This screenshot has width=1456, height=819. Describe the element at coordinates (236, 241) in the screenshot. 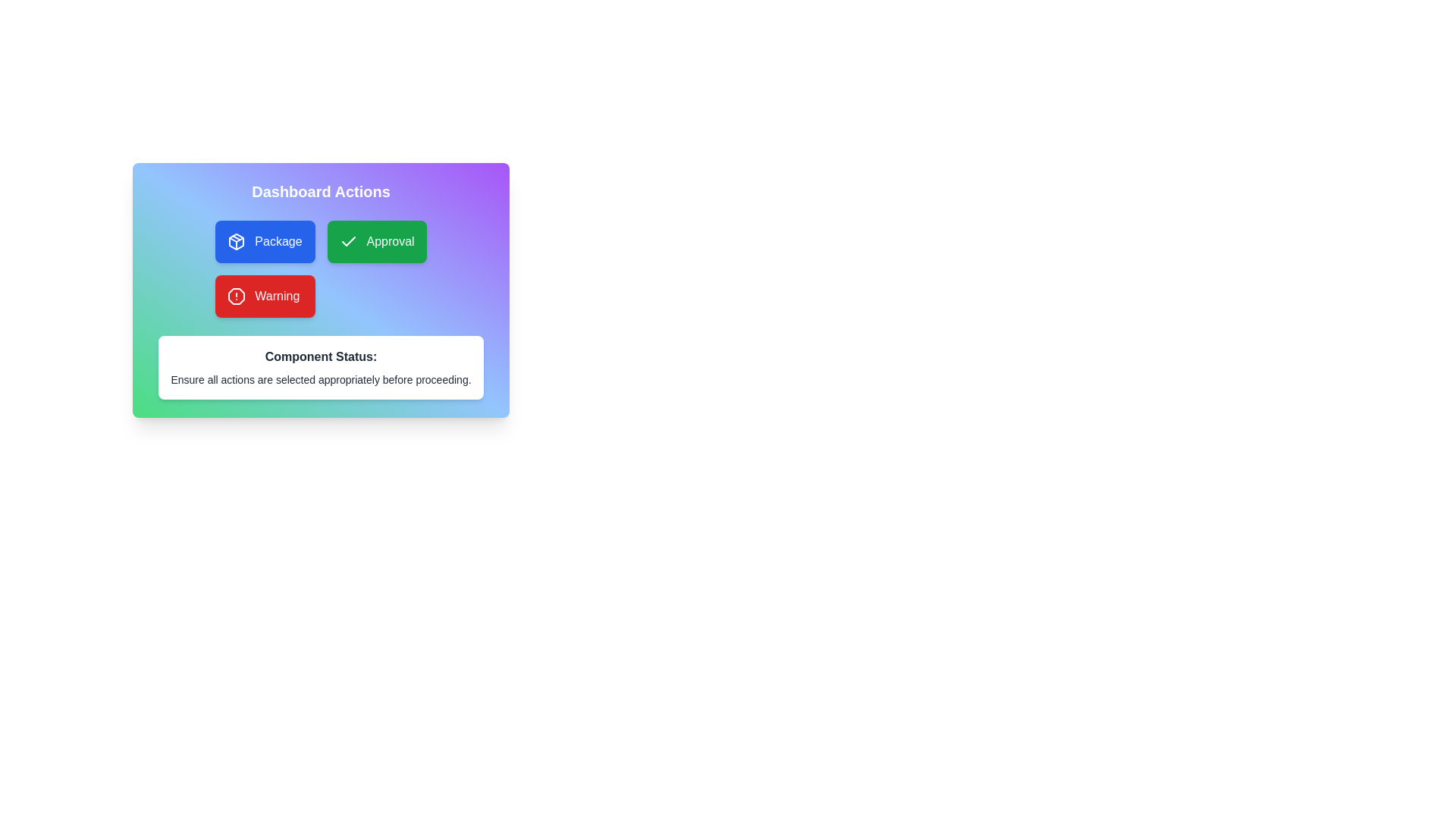

I see `the SVG icon for the 'Package' button located within the blue button labeled 'Package'` at that location.